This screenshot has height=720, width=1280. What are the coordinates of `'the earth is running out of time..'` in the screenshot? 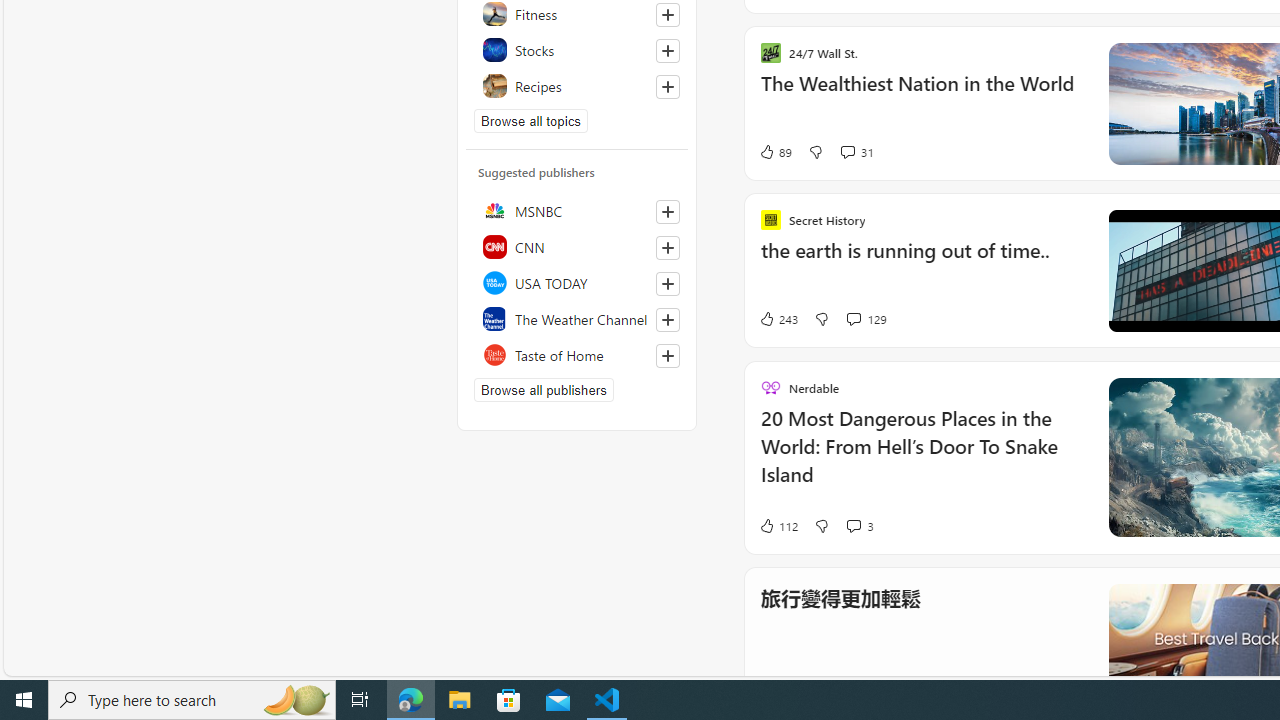 It's located at (921, 260).